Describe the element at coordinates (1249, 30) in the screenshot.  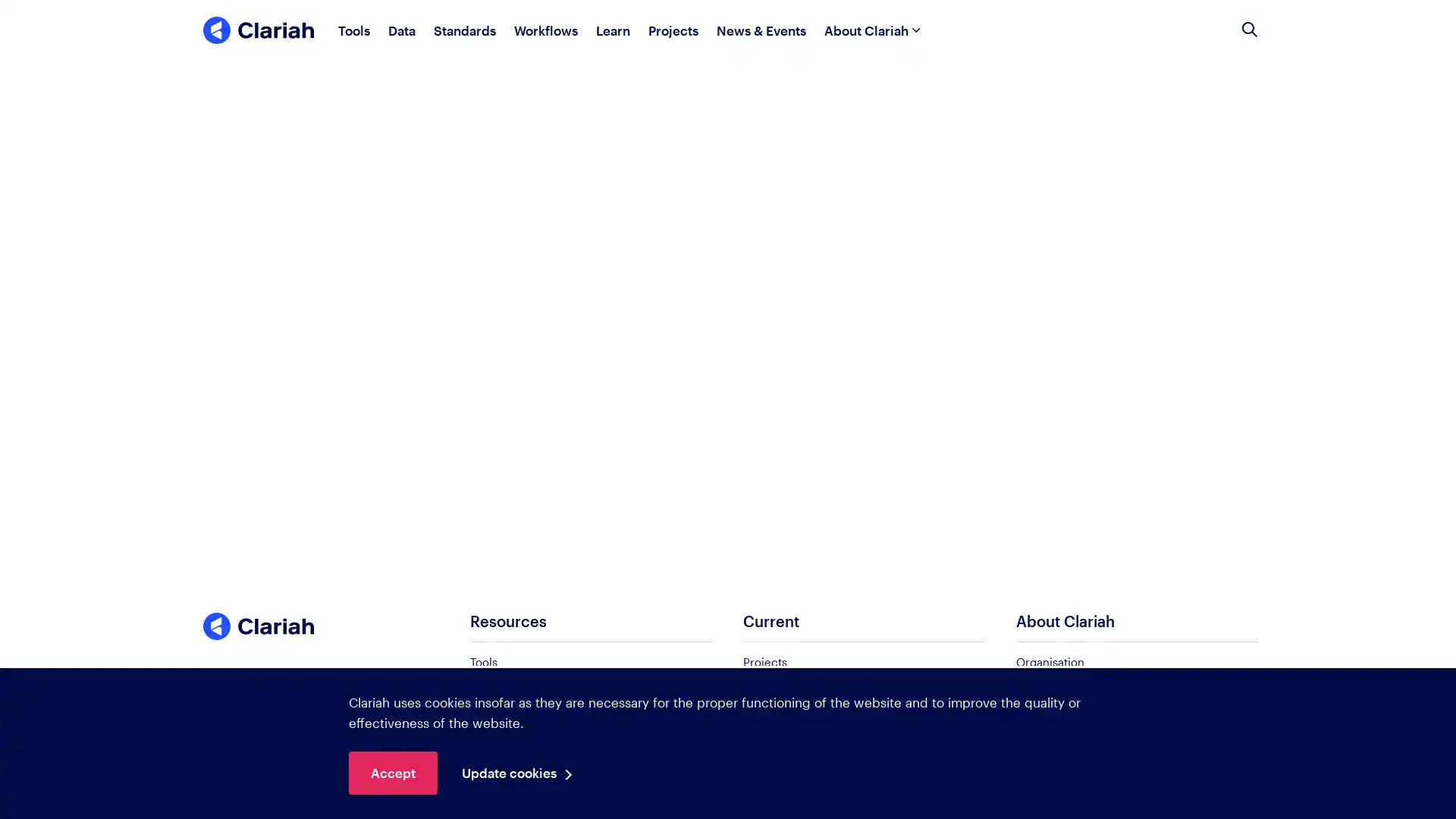
I see `Open searchbar` at that location.